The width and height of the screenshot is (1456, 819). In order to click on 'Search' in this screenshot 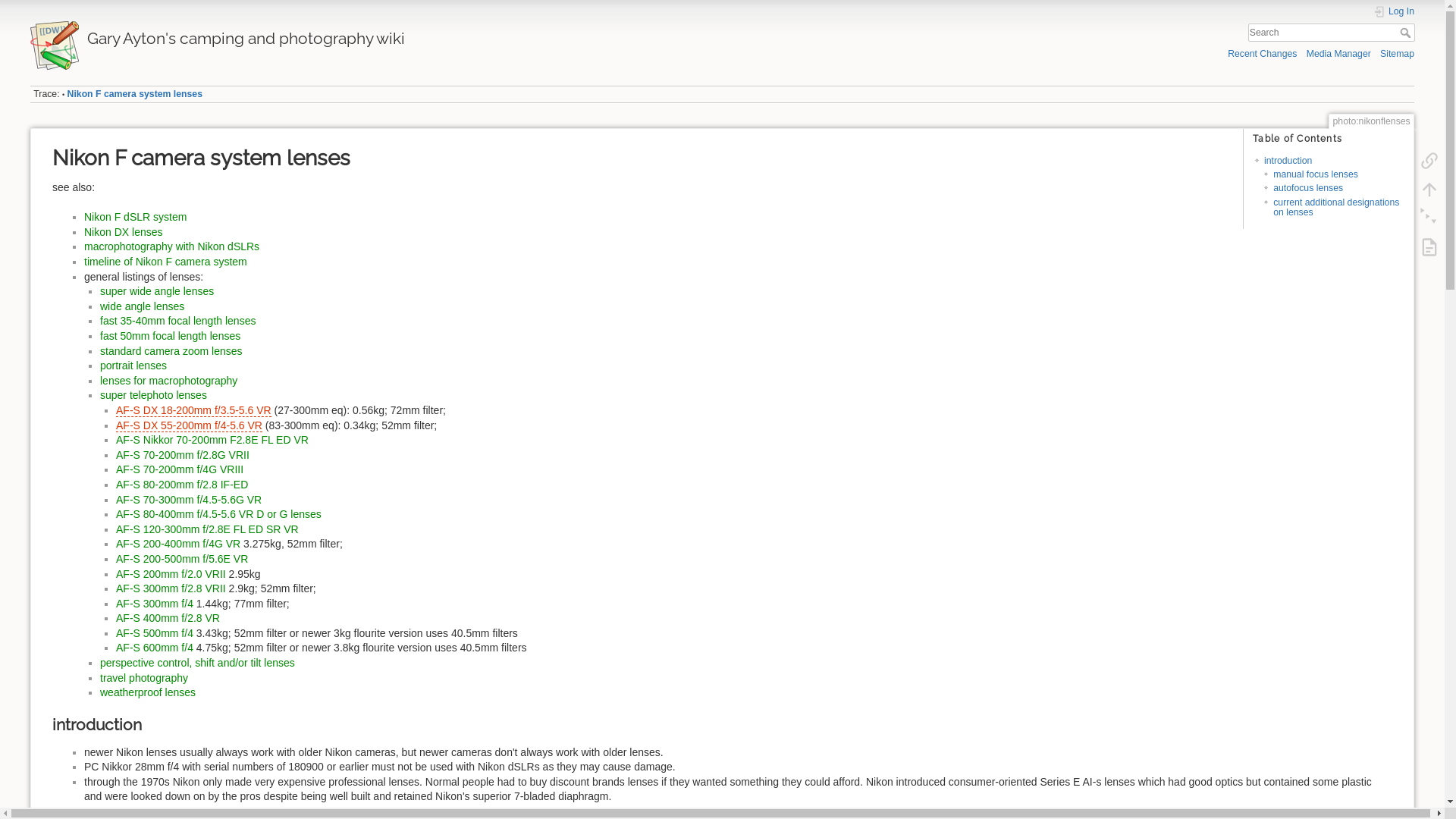, I will do `click(1406, 32)`.